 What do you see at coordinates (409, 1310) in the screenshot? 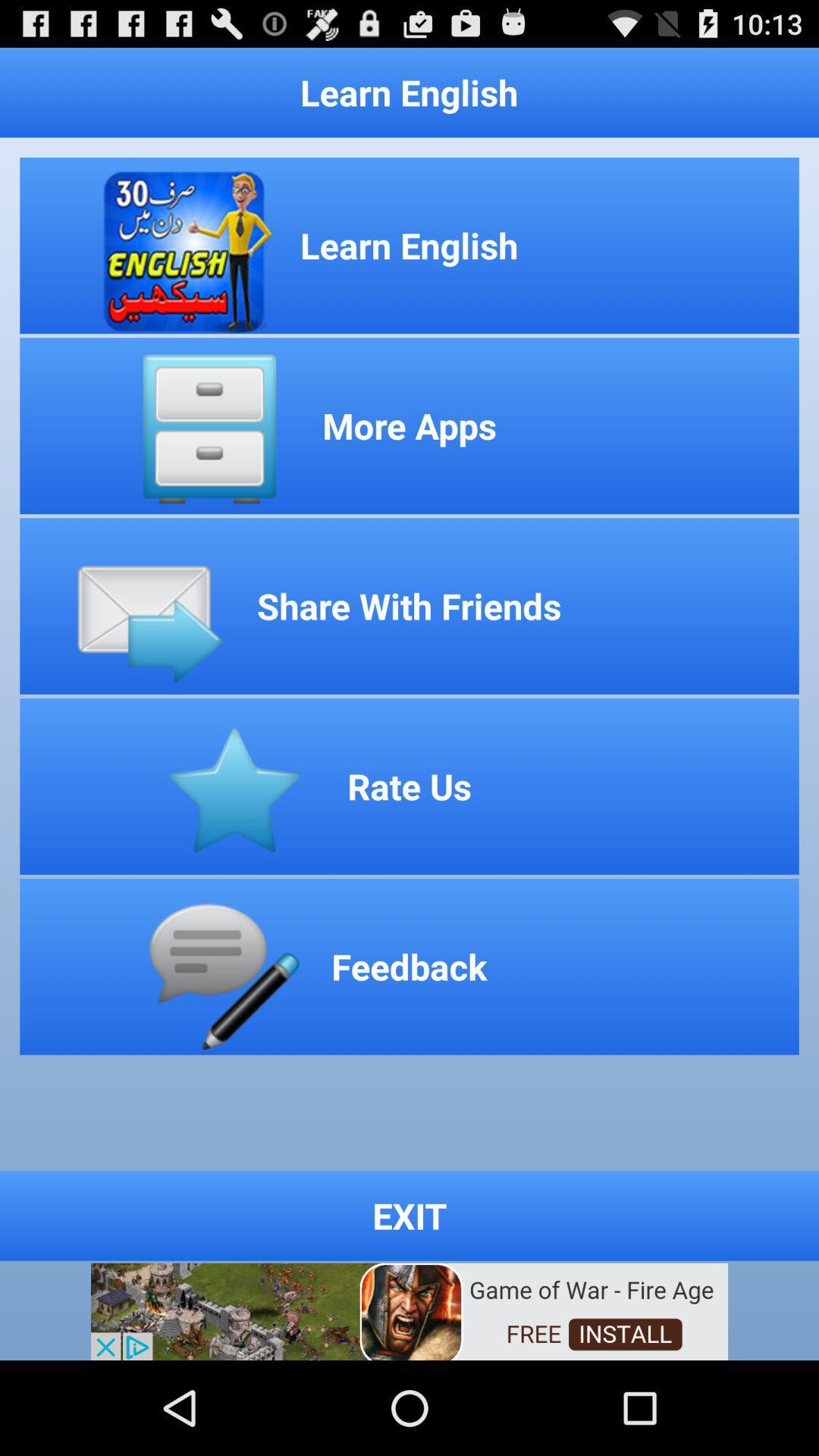
I see `advertising` at bounding box center [409, 1310].